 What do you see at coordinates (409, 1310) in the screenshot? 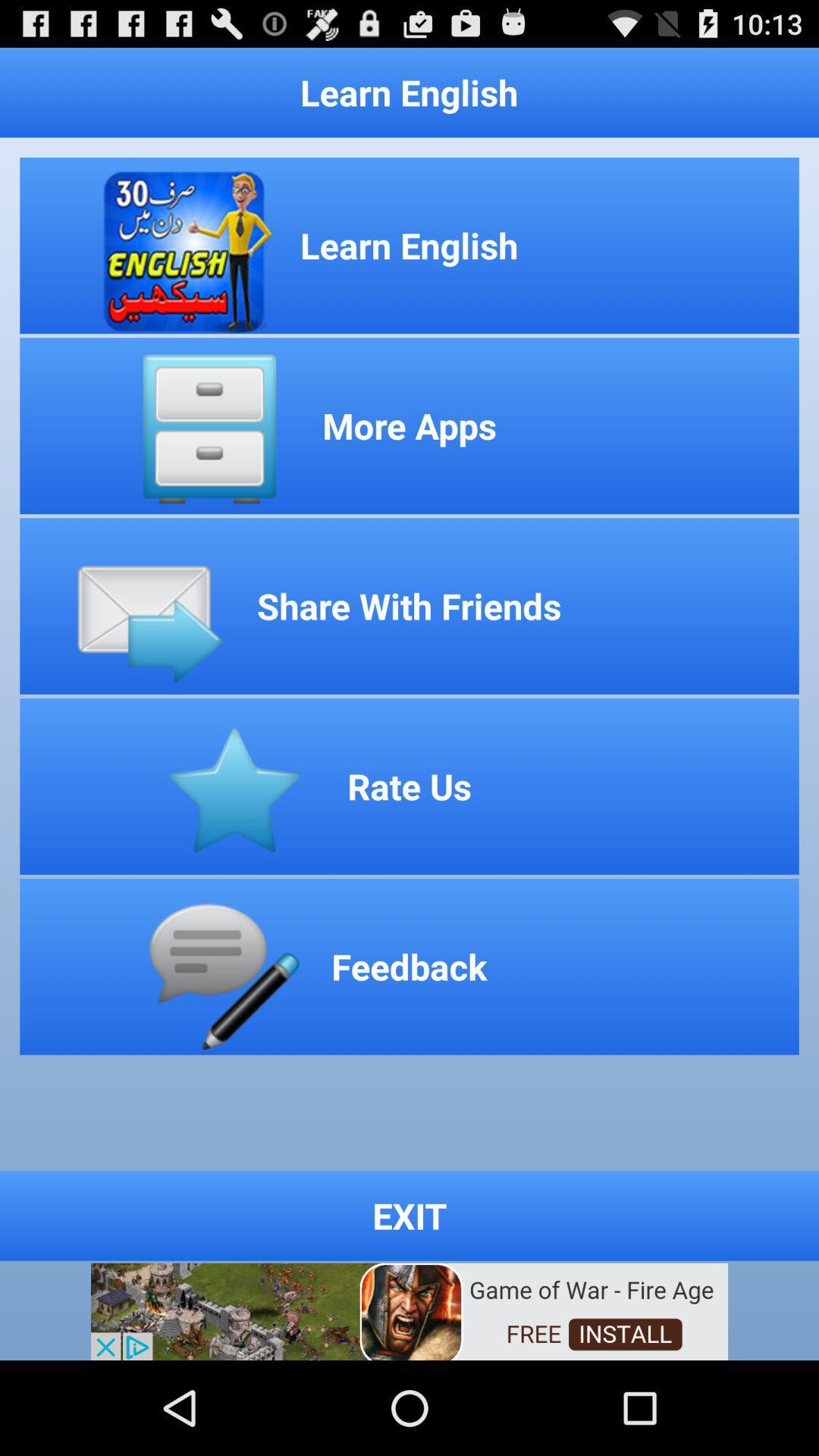
I see `advertising` at bounding box center [409, 1310].